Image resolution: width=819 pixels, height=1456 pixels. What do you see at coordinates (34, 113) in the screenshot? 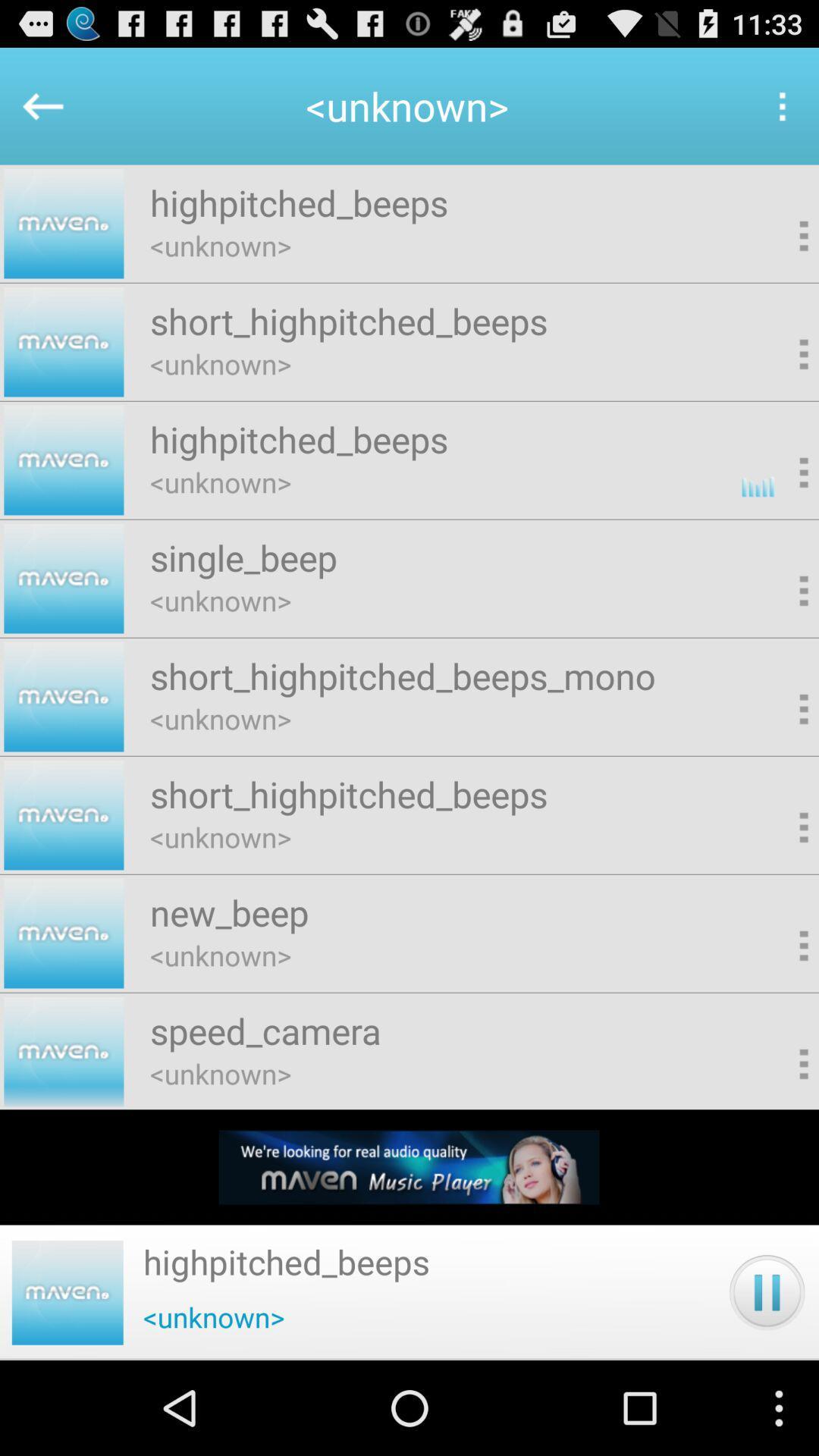
I see `the arrow_backward icon` at bounding box center [34, 113].